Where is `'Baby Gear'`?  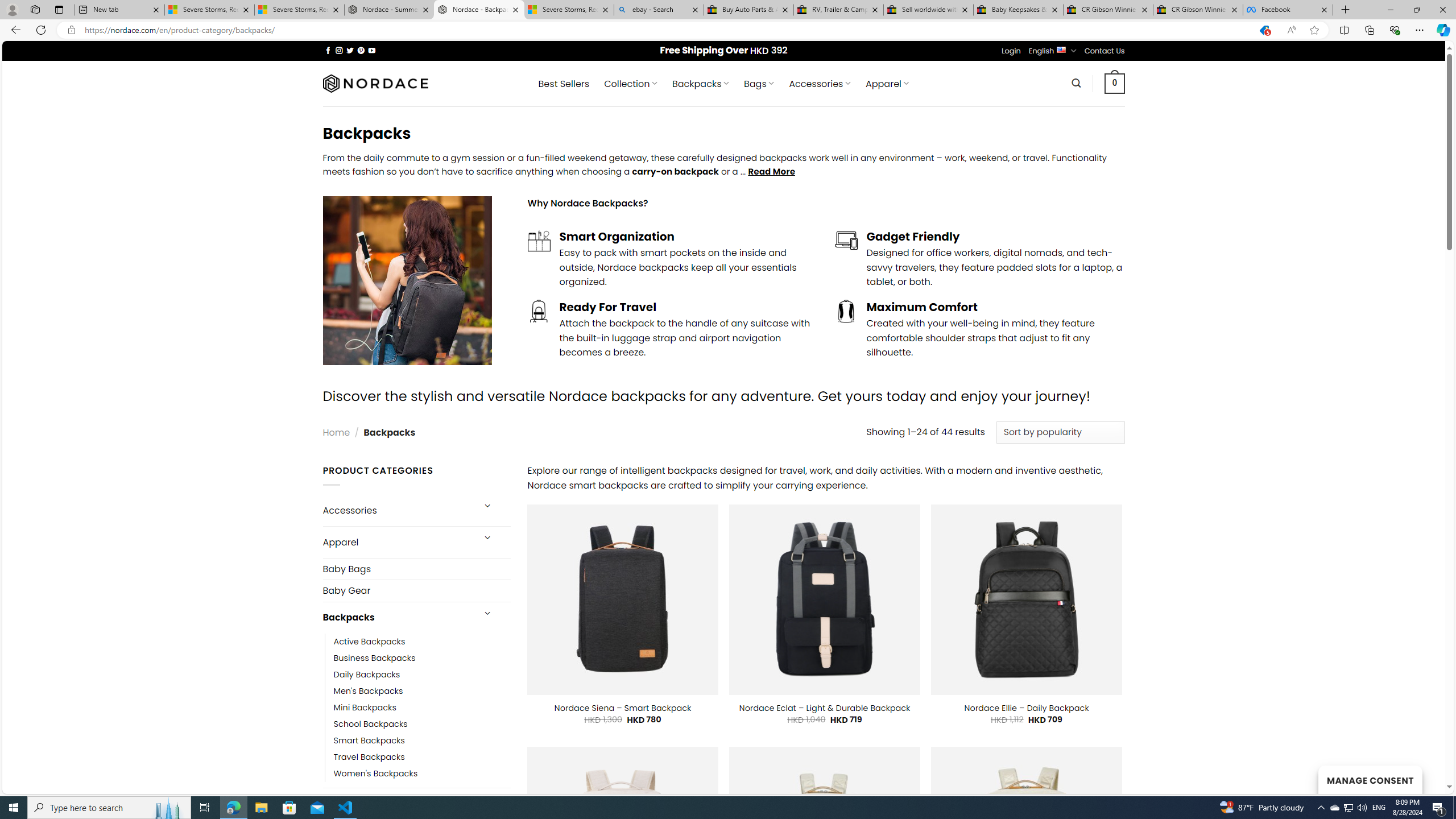
'Baby Gear' is located at coordinates (416, 590).